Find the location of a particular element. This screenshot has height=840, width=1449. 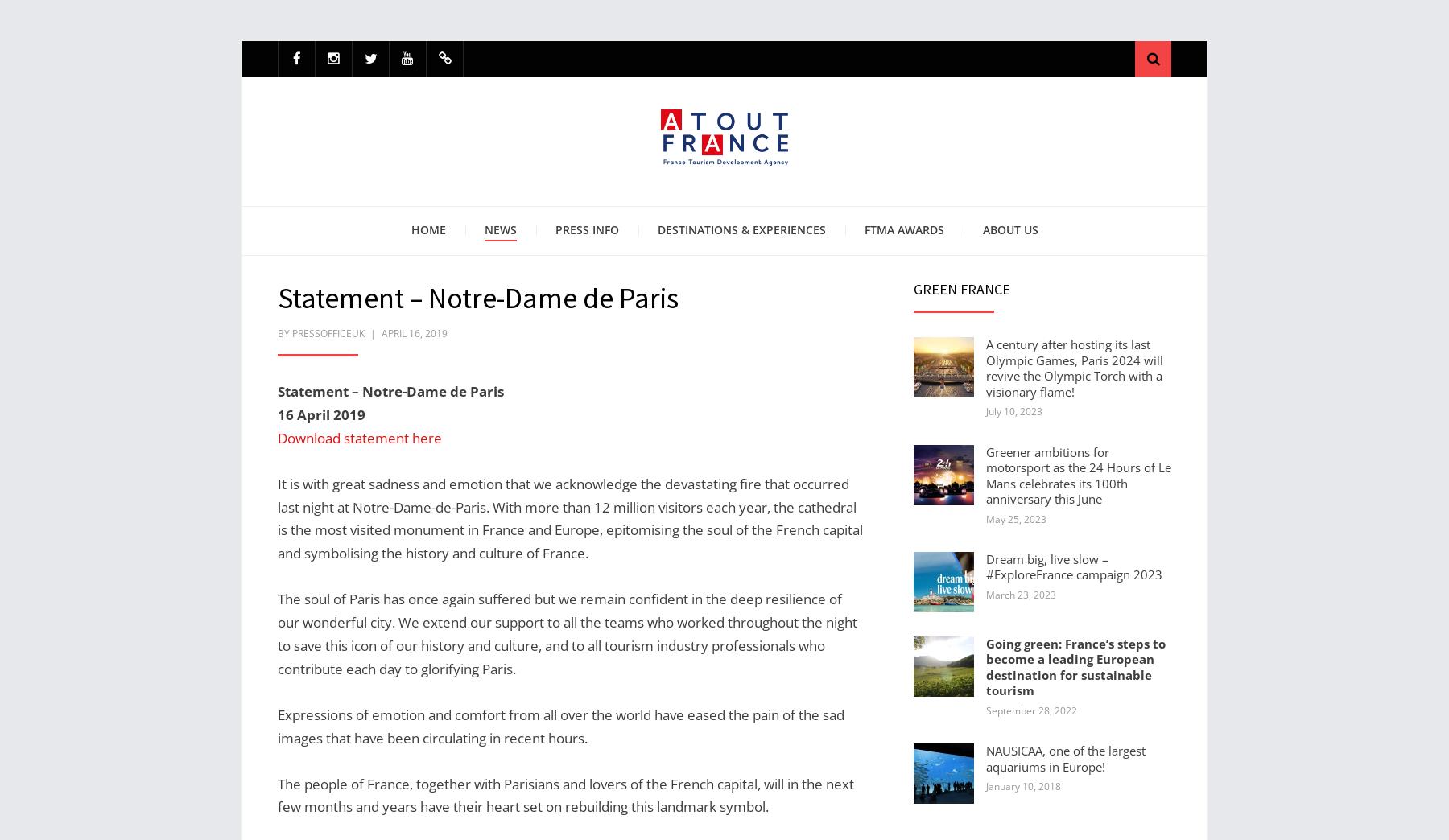

'Going green: France’s steps to become a leading European destination for sustainable tourism' is located at coordinates (985, 665).